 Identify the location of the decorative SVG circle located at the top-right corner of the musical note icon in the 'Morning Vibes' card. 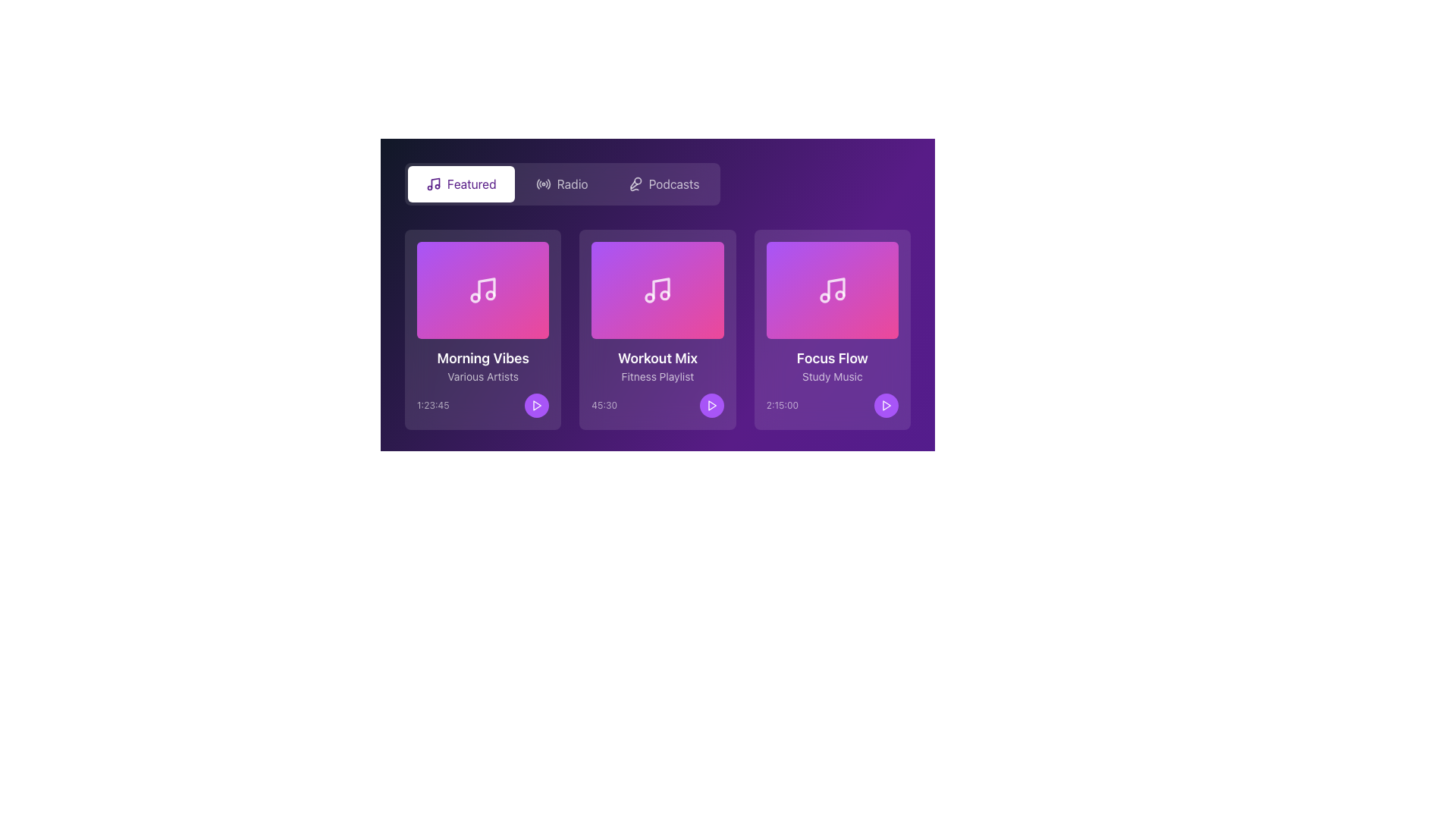
(491, 295).